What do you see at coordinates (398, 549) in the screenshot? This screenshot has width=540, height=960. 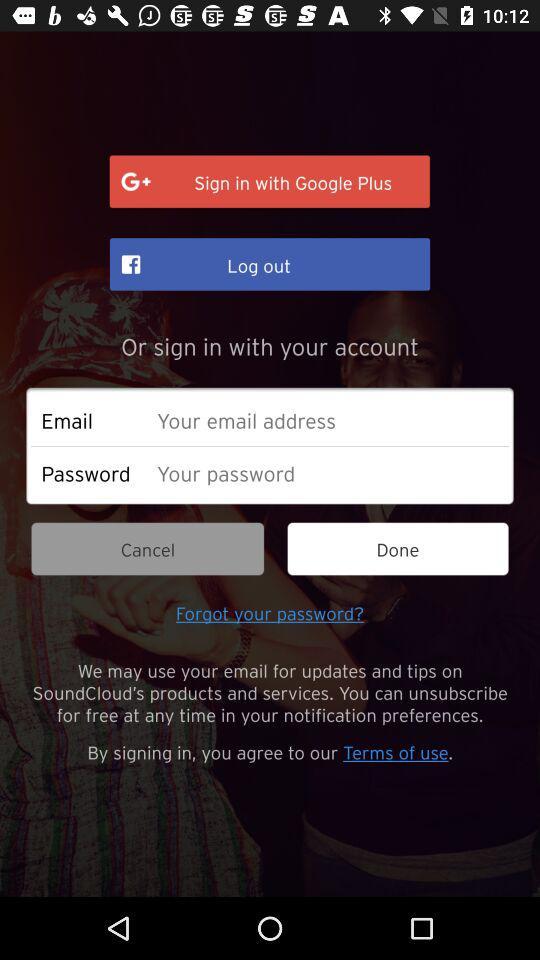 I see `the icon to the right of the cancel item` at bounding box center [398, 549].